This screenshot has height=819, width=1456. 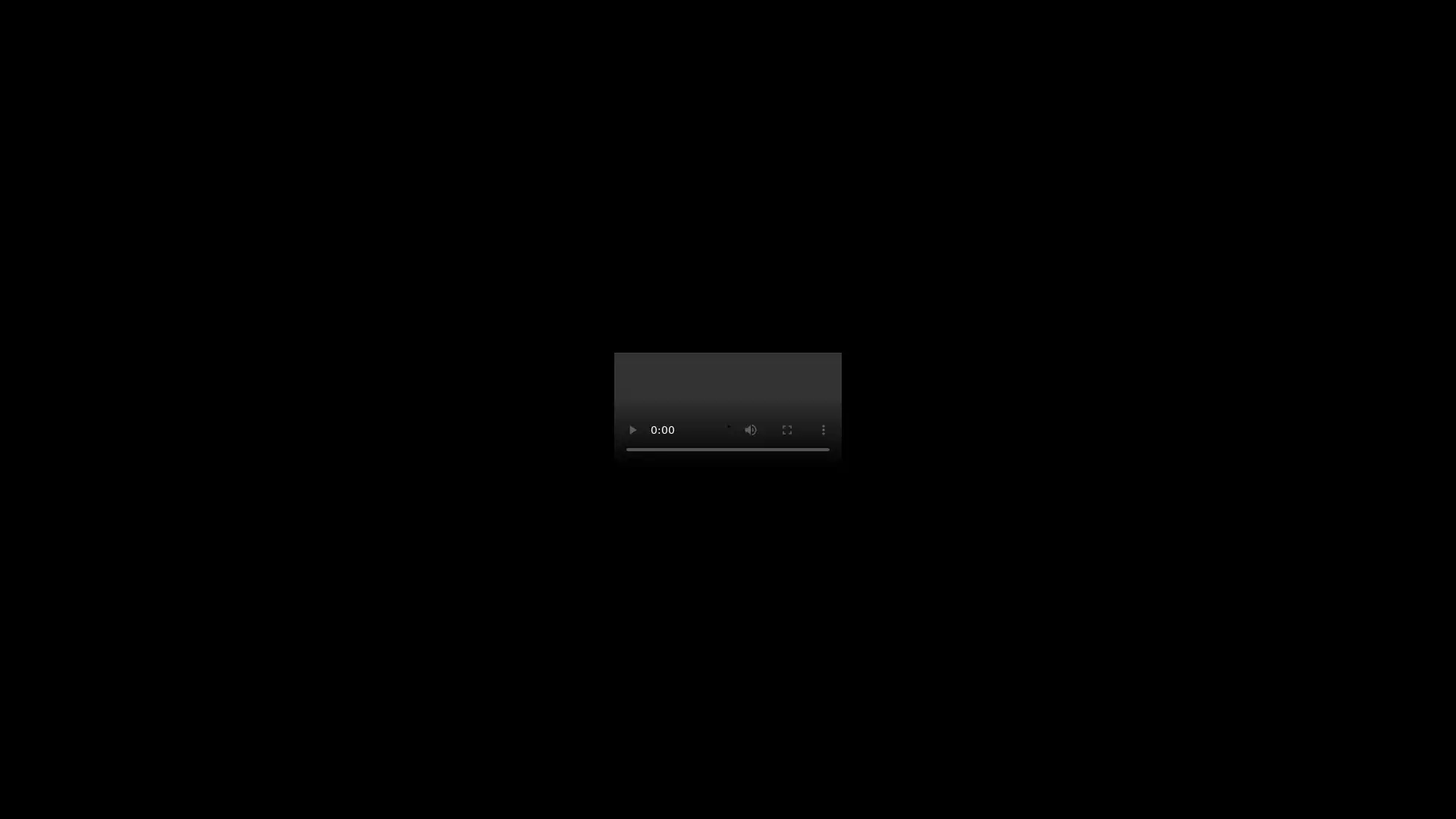 What do you see at coordinates (632, 430) in the screenshot?
I see `play` at bounding box center [632, 430].